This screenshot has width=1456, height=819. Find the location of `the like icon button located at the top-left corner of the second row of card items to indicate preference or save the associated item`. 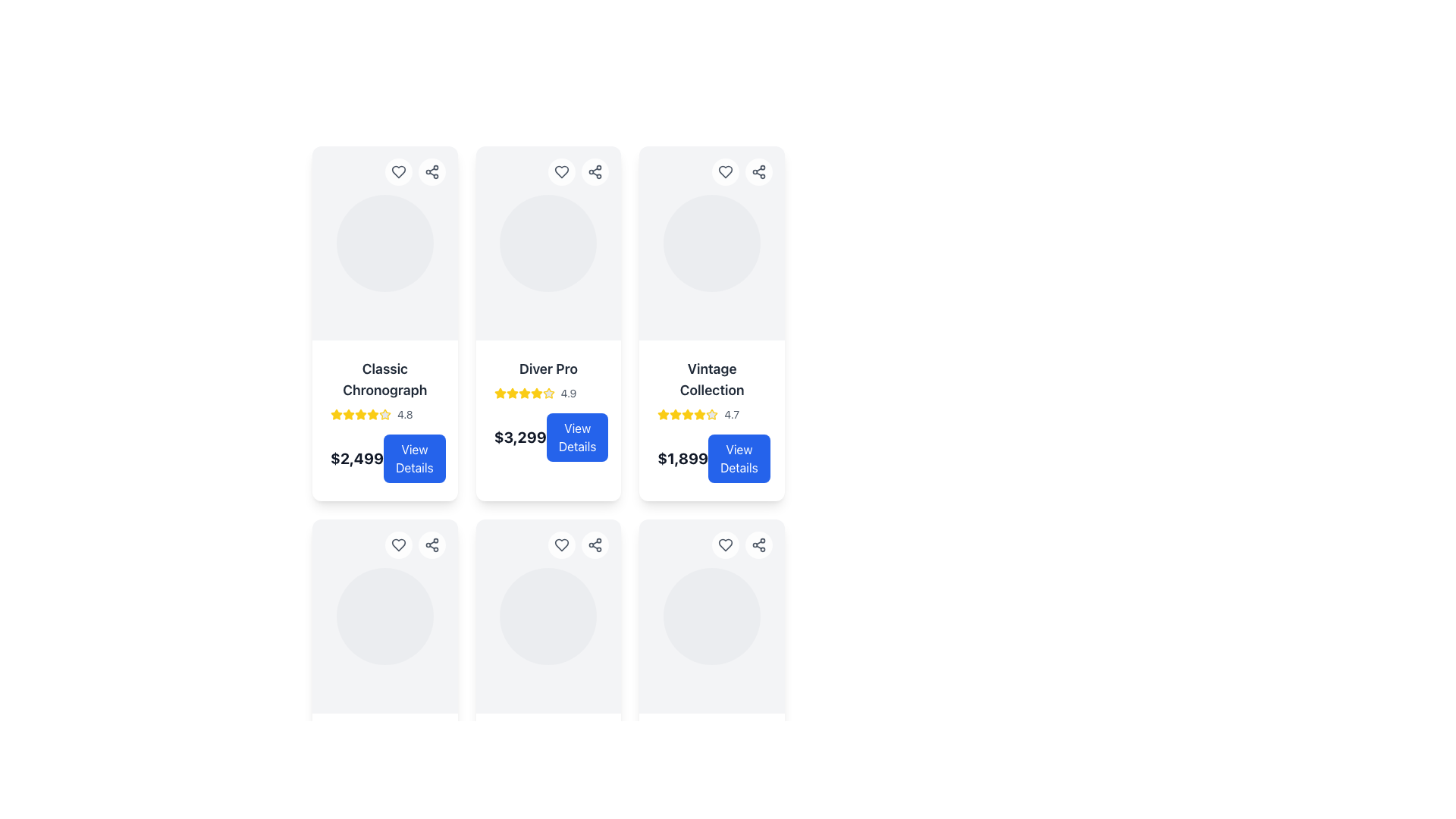

the like icon button located at the top-left corner of the second row of card items to indicate preference or save the associated item is located at coordinates (560, 544).